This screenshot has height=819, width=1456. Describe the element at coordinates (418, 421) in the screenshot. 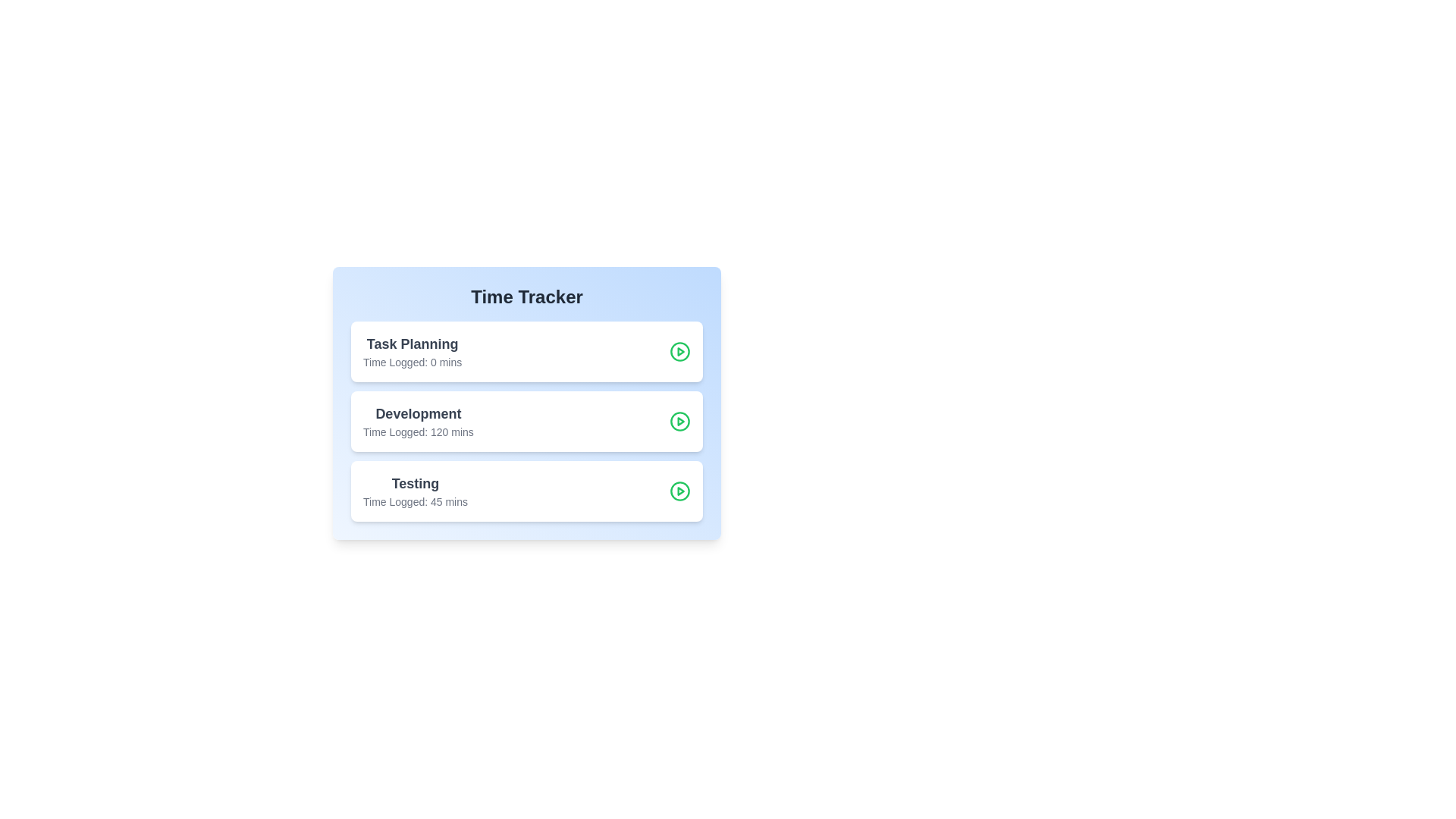

I see `the task titled Development to observe any hover-based UI changes` at that location.